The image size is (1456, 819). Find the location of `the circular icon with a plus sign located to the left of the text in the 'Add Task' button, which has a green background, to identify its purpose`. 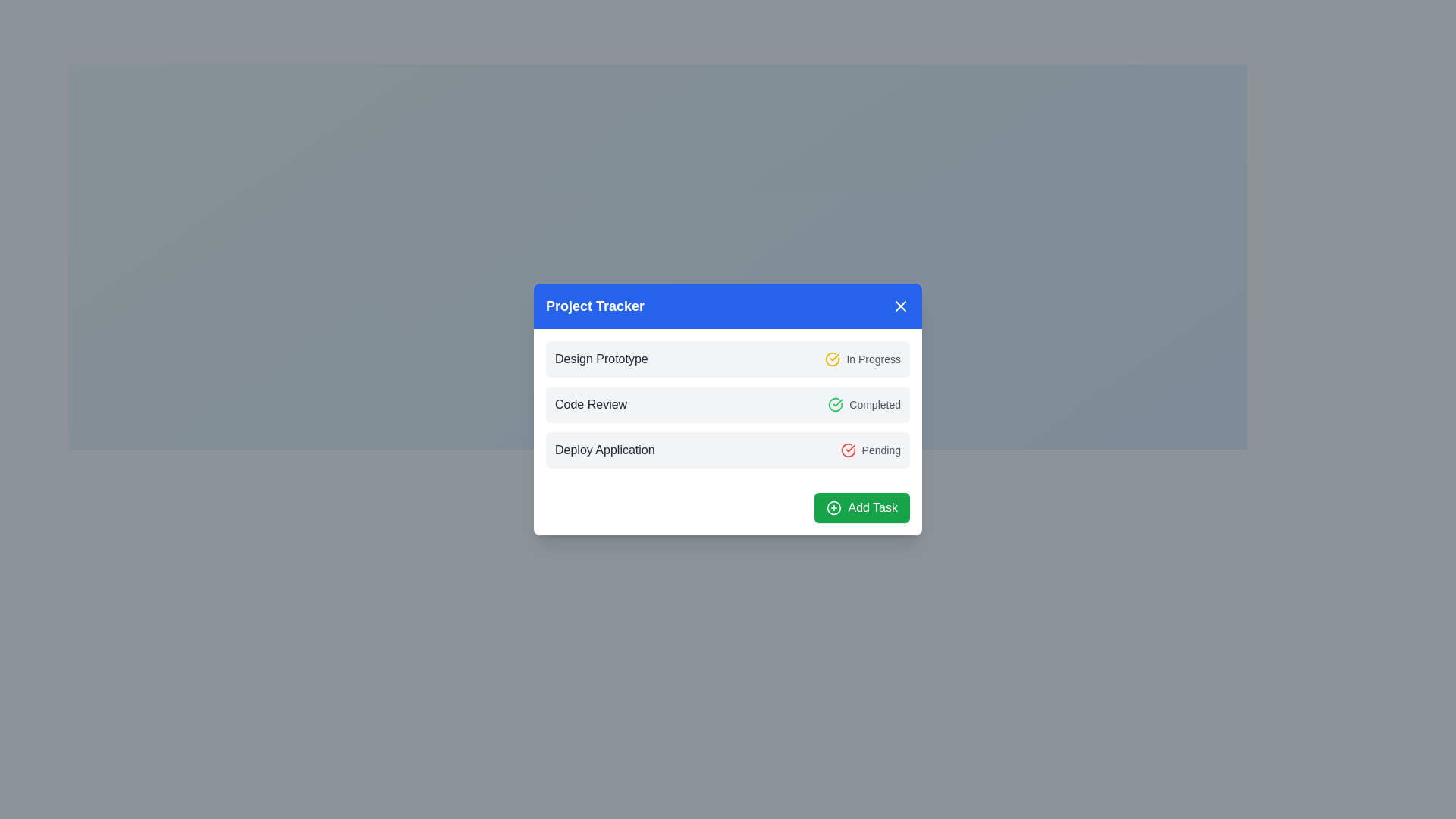

the circular icon with a plus sign located to the left of the text in the 'Add Task' button, which has a green background, to identify its purpose is located at coordinates (833, 508).